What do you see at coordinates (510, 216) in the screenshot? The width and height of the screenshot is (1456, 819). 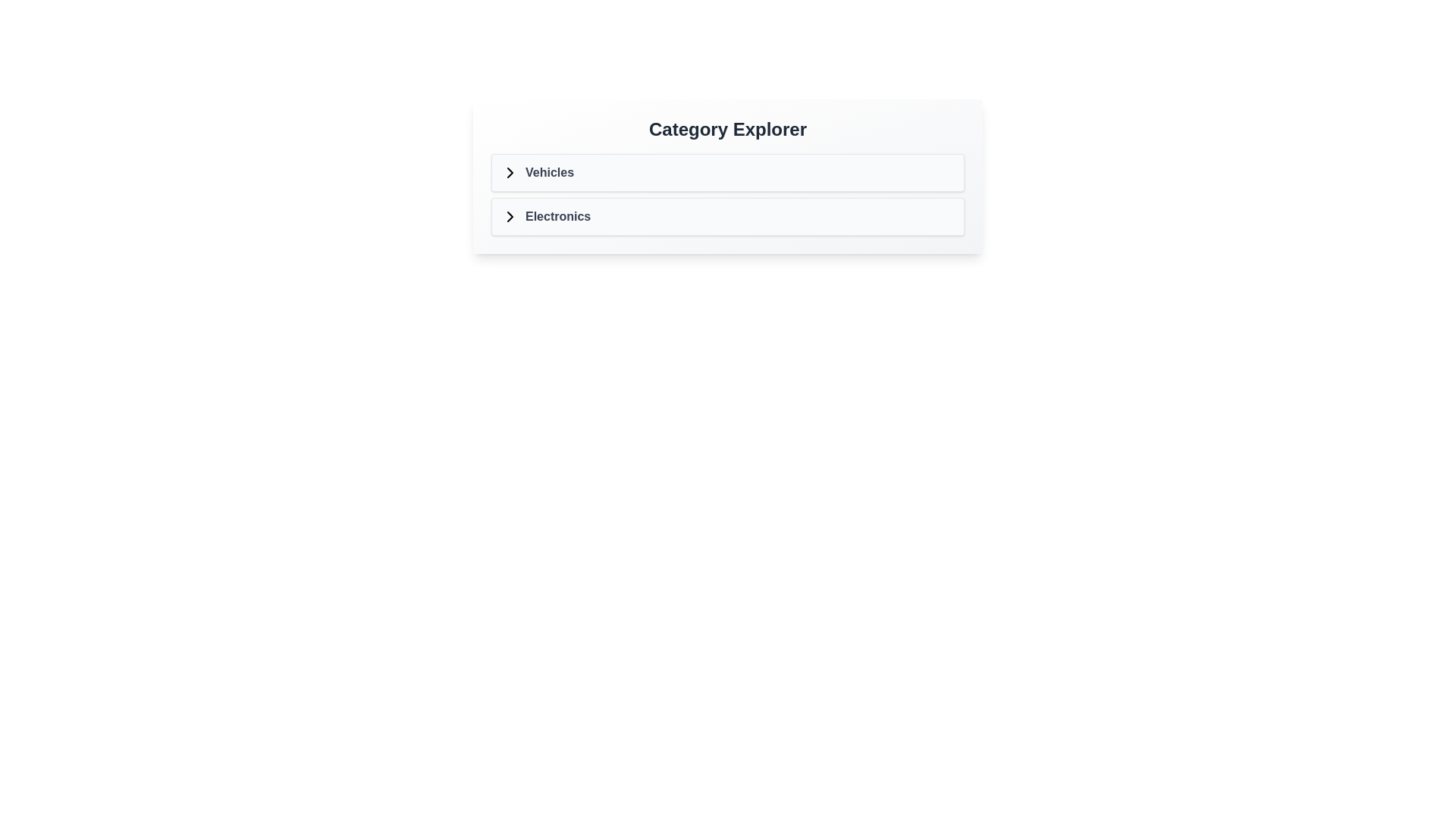 I see `the right-facing chevron icon located to the left of the 'Electronics' label in the 'Category Explorer' interface` at bounding box center [510, 216].